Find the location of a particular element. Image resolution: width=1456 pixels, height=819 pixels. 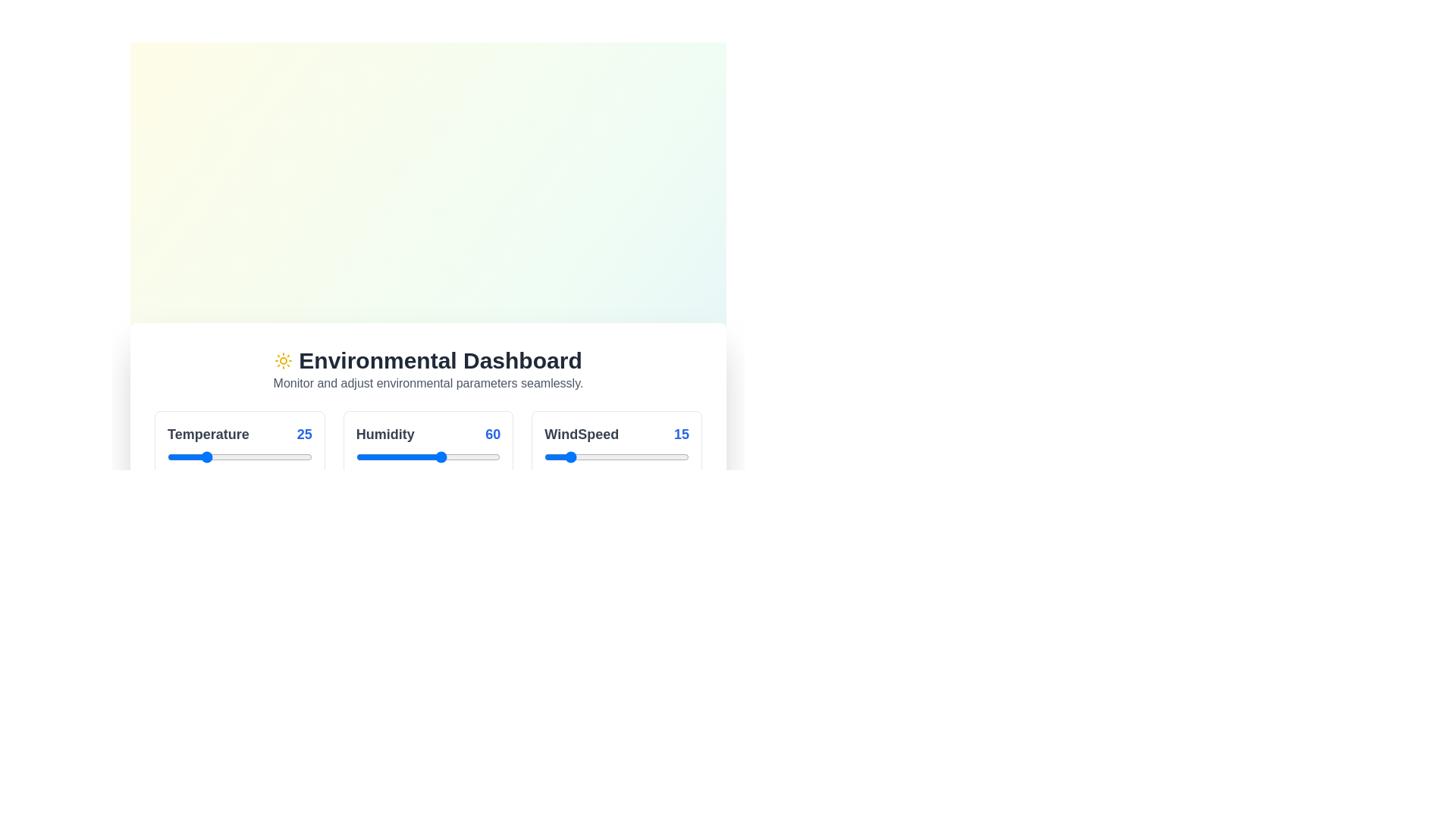

the 'Humidity' label text located centrally under the 'Environmental Dashboard' section, positioned between 'Temperature' and 'WindSpeed', and above the numeric value '60' is located at coordinates (385, 434).